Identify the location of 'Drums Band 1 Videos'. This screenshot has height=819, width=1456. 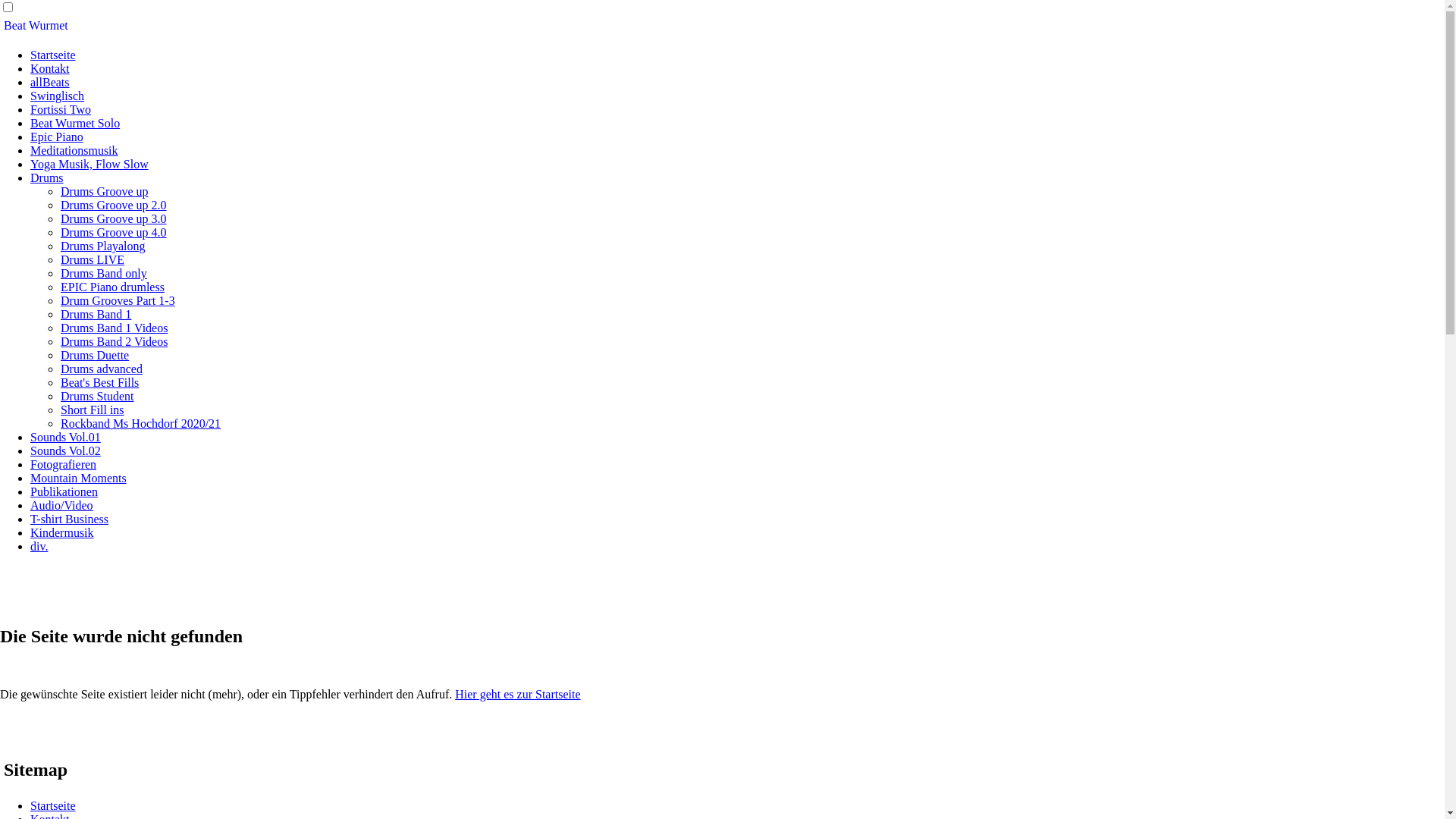
(113, 327).